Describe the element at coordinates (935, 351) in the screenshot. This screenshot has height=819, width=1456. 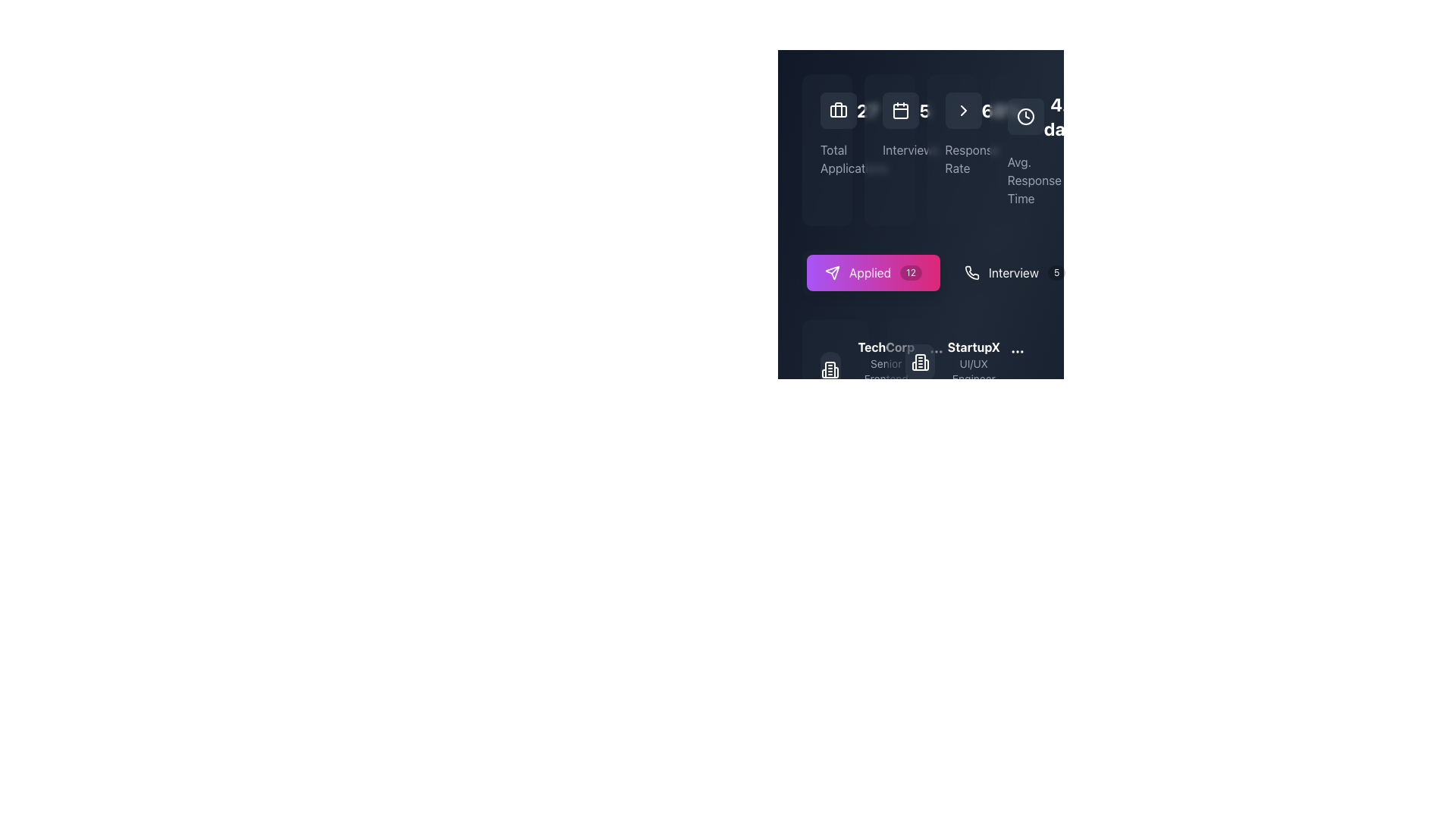
I see `the Ellipsis icon located` at that location.